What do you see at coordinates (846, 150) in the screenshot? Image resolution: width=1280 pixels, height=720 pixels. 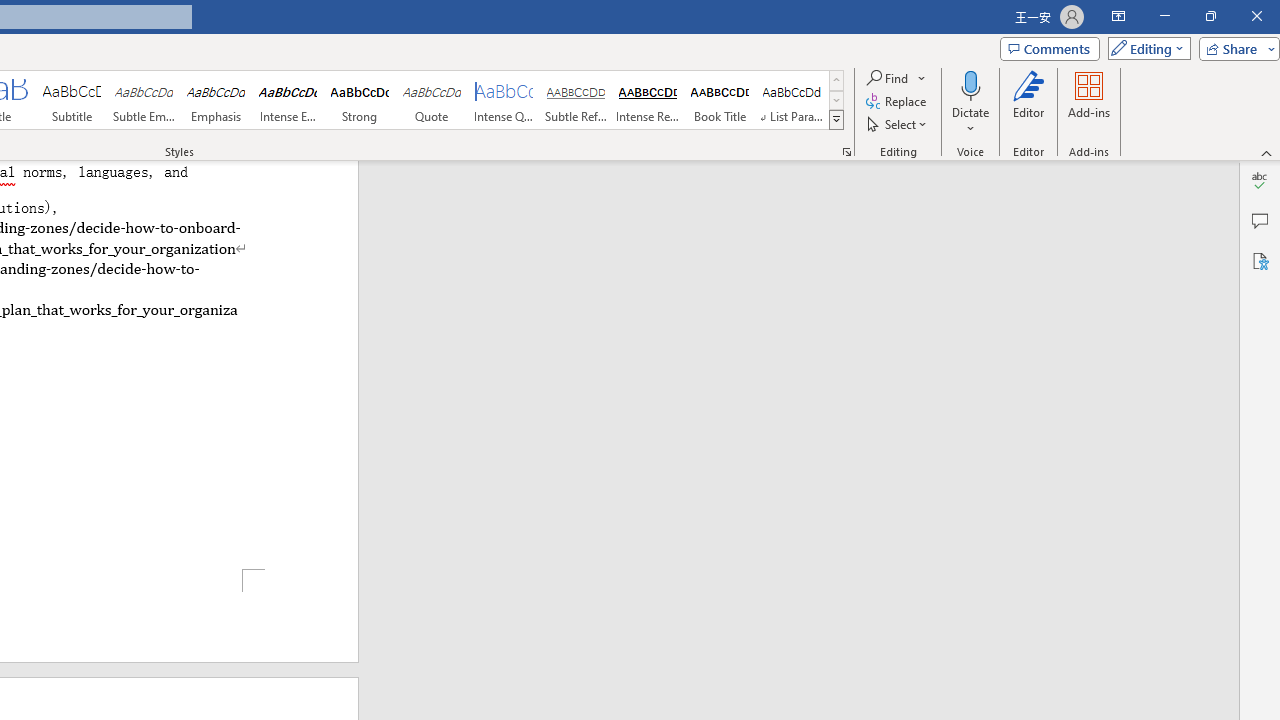 I see `'Styles...'` at bounding box center [846, 150].